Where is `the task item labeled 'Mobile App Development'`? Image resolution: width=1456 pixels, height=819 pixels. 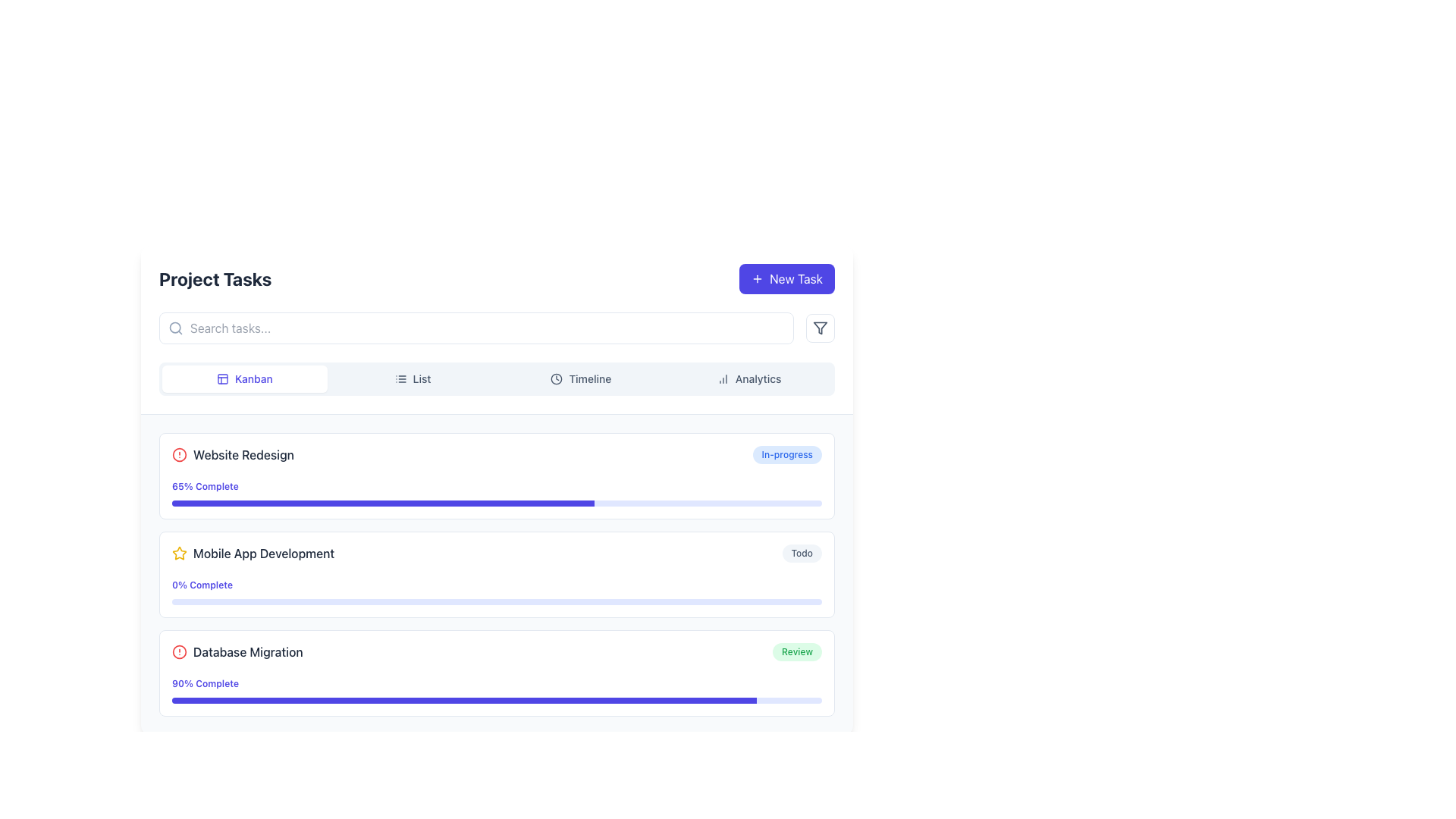
the task item labeled 'Mobile App Development' is located at coordinates (497, 553).